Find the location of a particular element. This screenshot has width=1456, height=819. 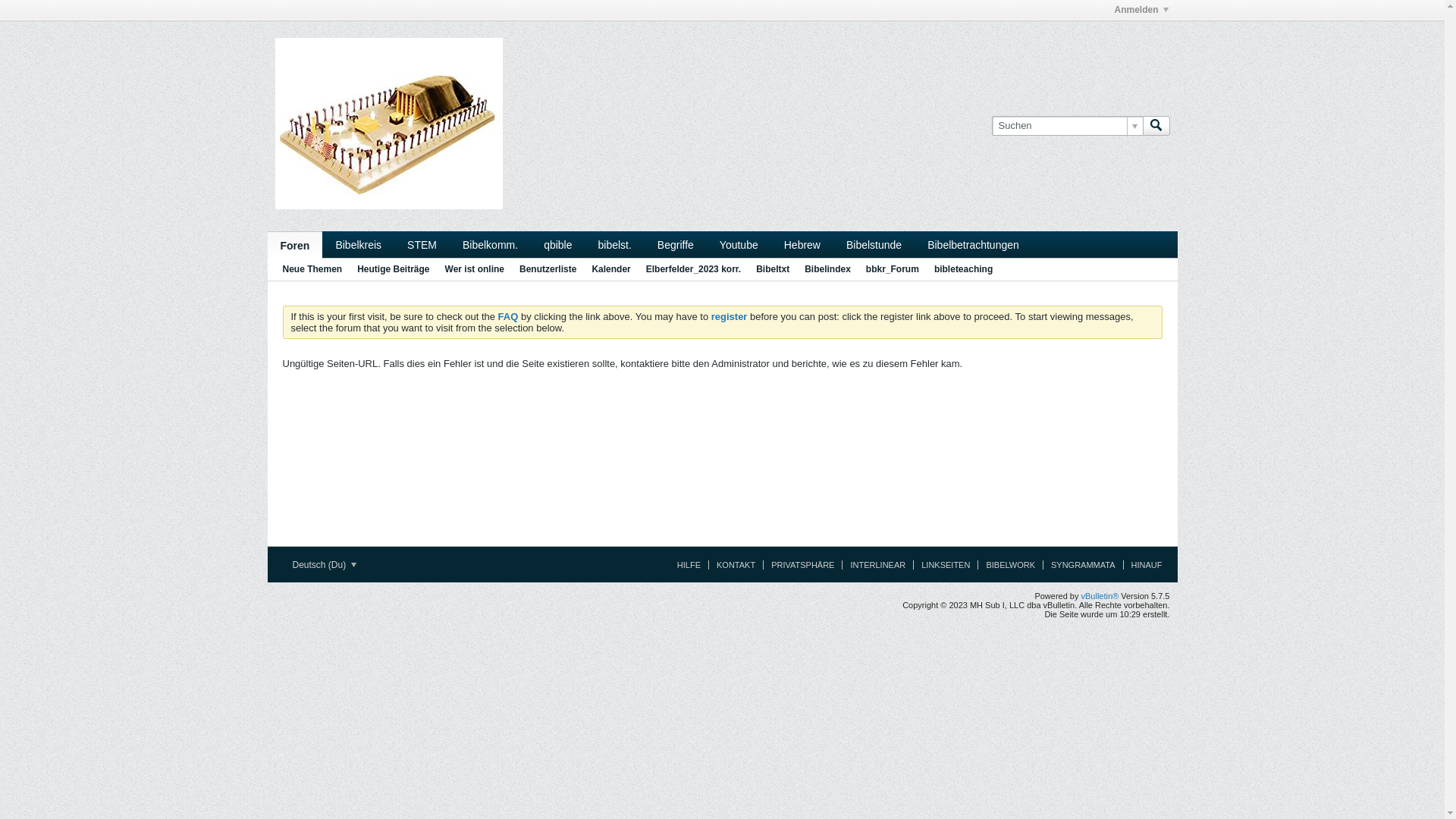

'Bibelindex' is located at coordinates (827, 268).